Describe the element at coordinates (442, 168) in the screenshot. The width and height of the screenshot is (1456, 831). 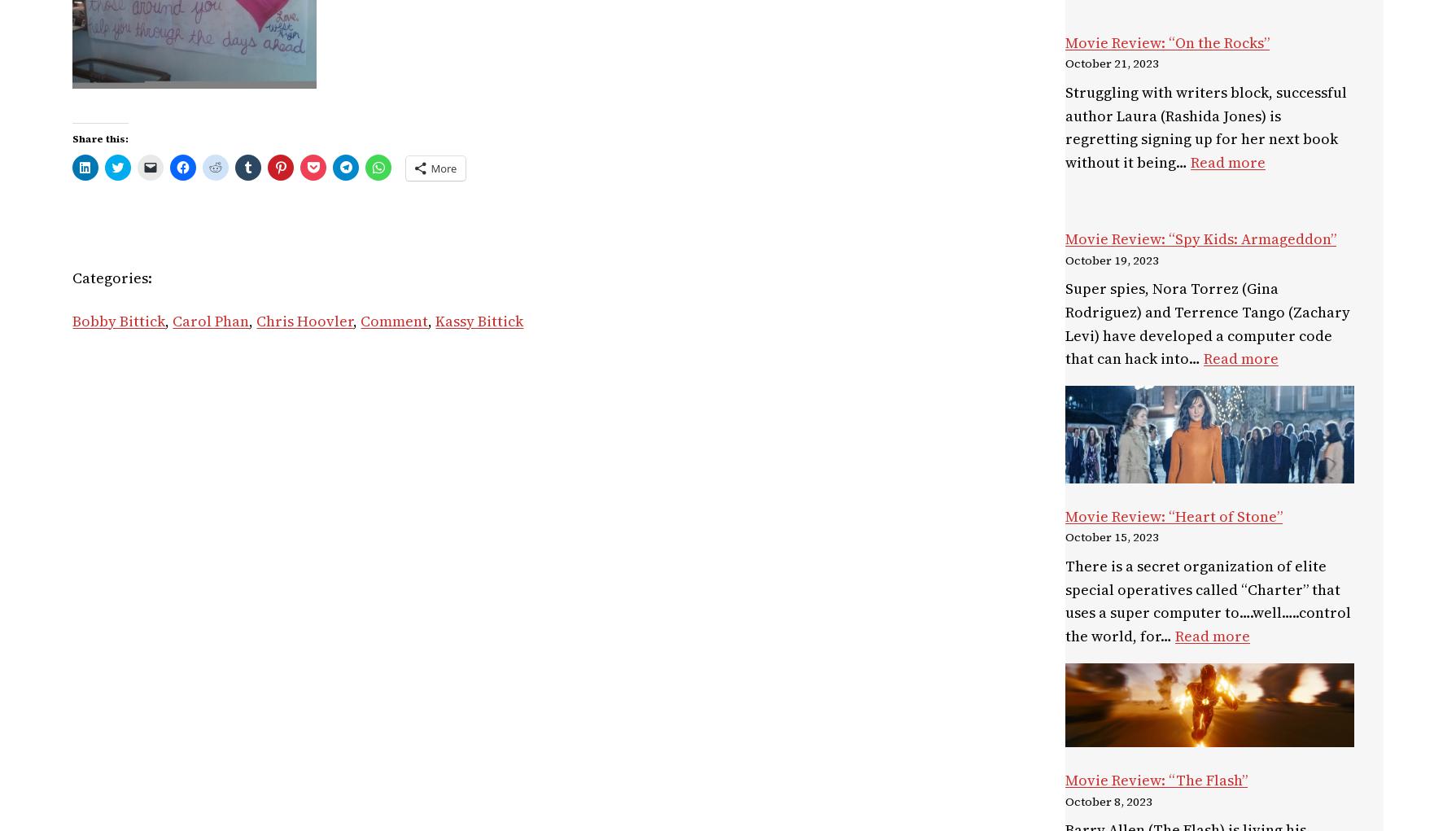
I see `'More'` at that location.